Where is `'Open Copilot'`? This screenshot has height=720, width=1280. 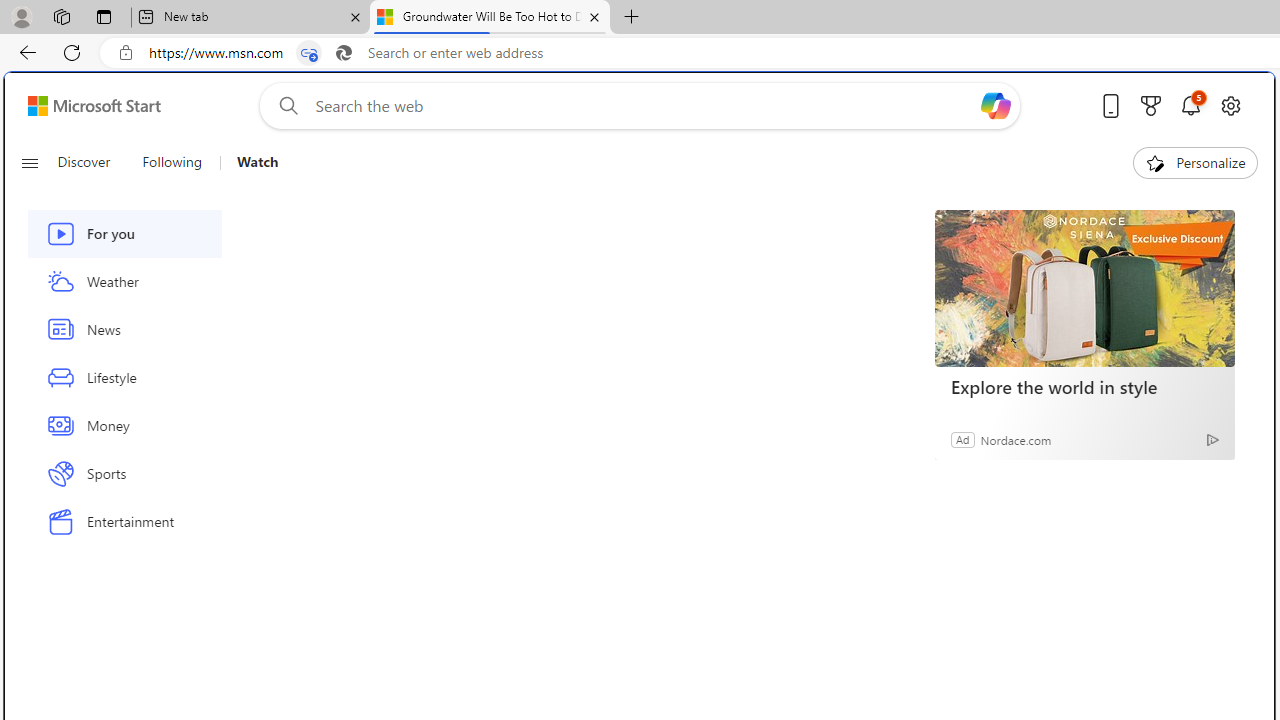
'Open Copilot' is located at coordinates (995, 105).